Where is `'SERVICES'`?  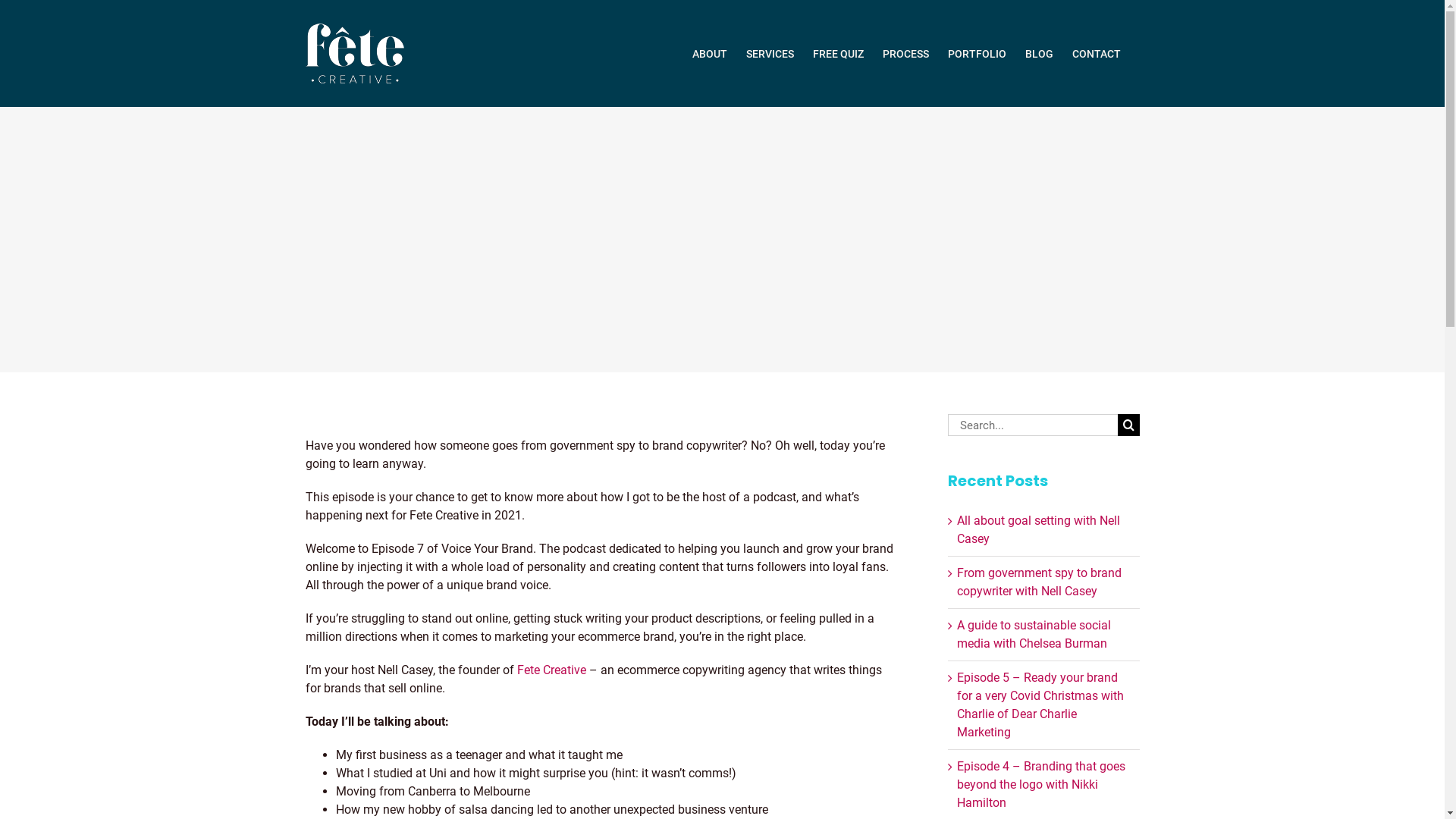
'SERVICES' is located at coordinates (745, 52).